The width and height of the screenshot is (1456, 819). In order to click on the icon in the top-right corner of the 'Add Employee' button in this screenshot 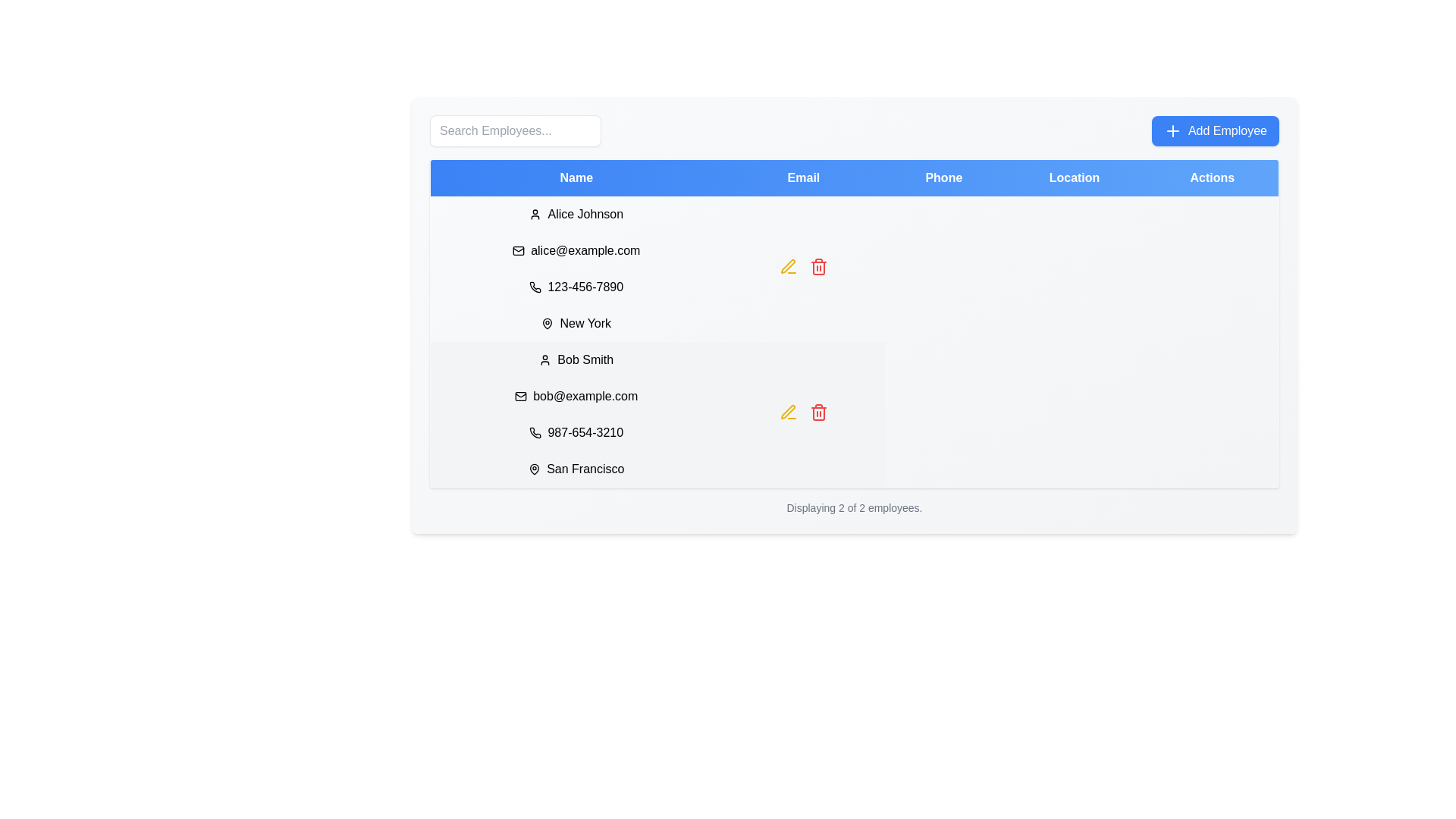, I will do `click(1172, 130)`.